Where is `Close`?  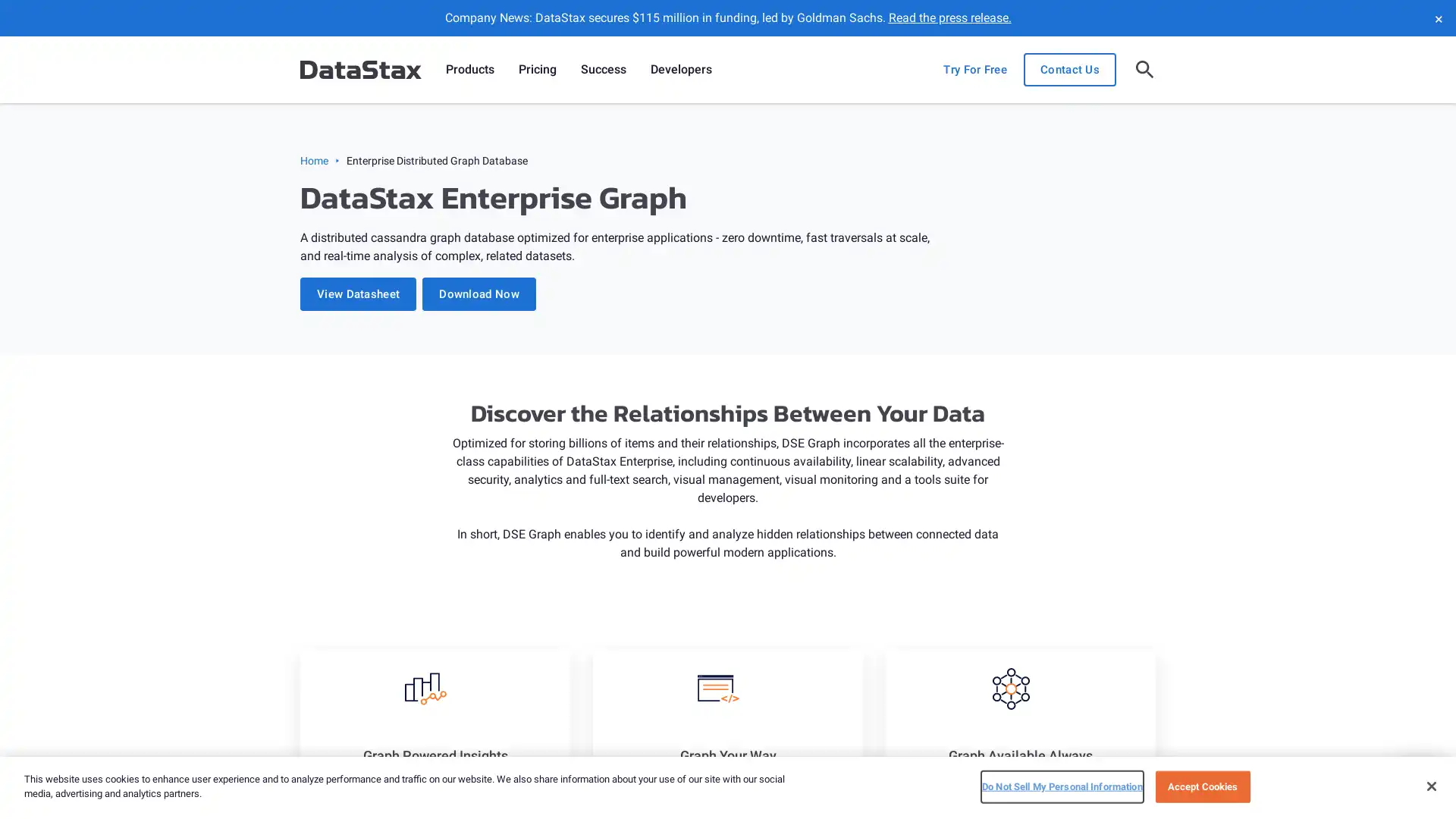
Close is located at coordinates (1430, 785).